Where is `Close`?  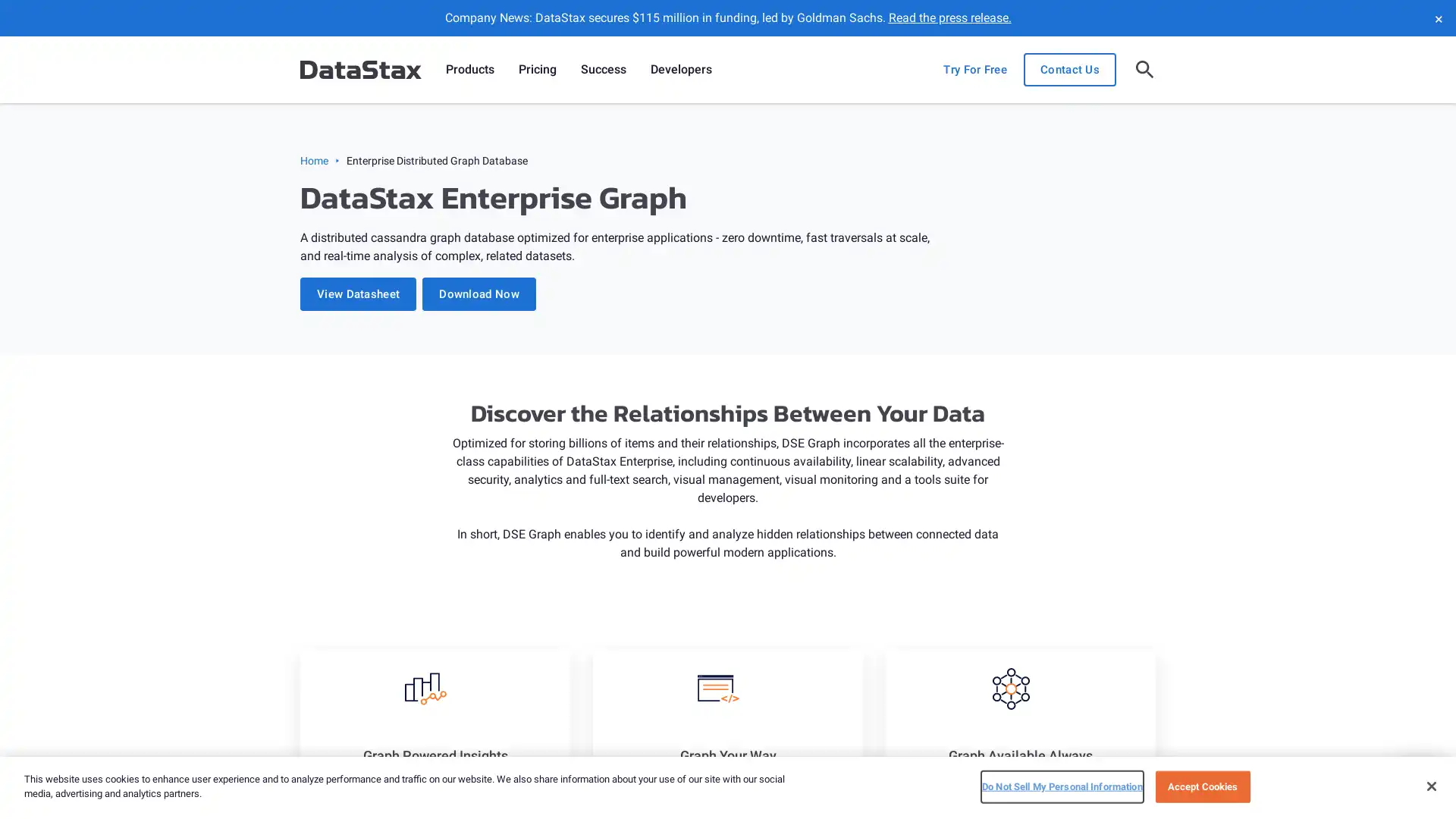
Close is located at coordinates (1430, 785).